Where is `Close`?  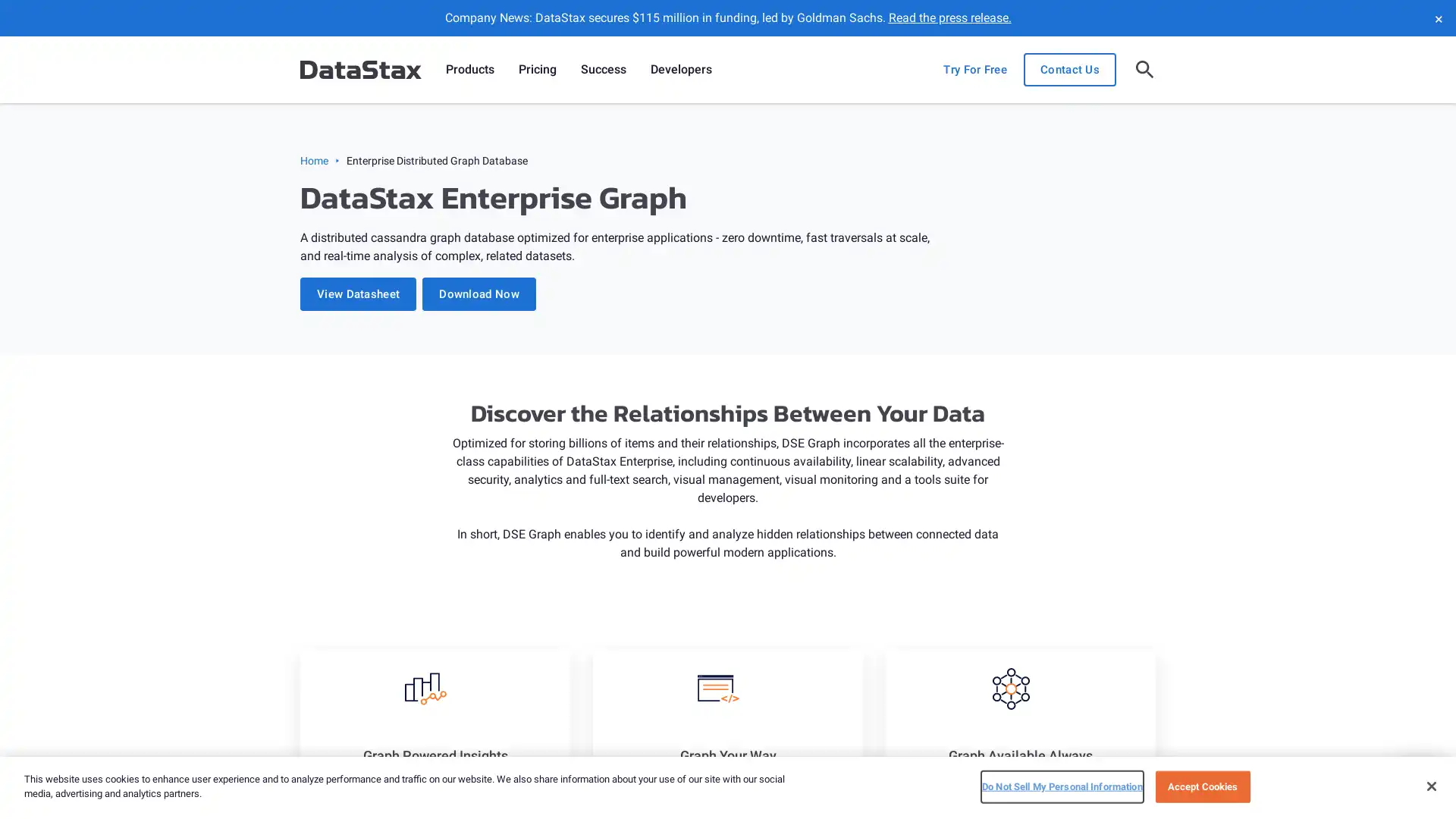
Close is located at coordinates (1430, 785).